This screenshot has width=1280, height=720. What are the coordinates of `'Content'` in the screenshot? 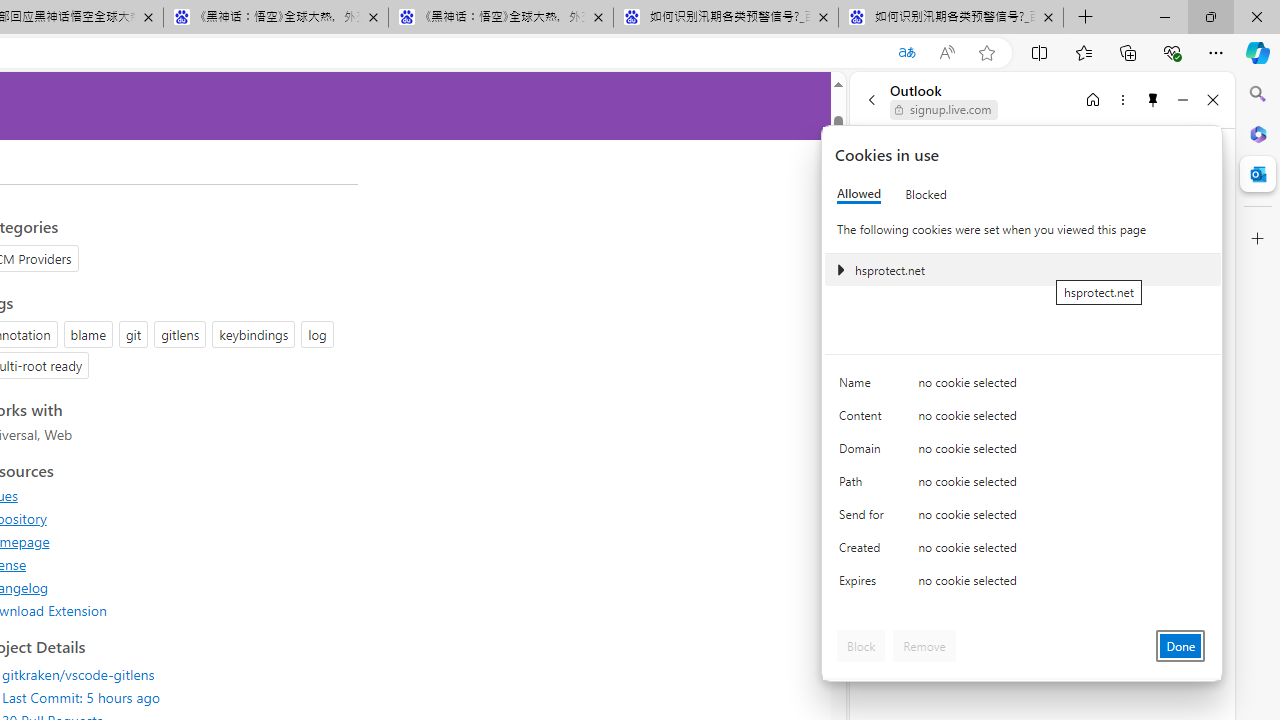 It's located at (865, 419).